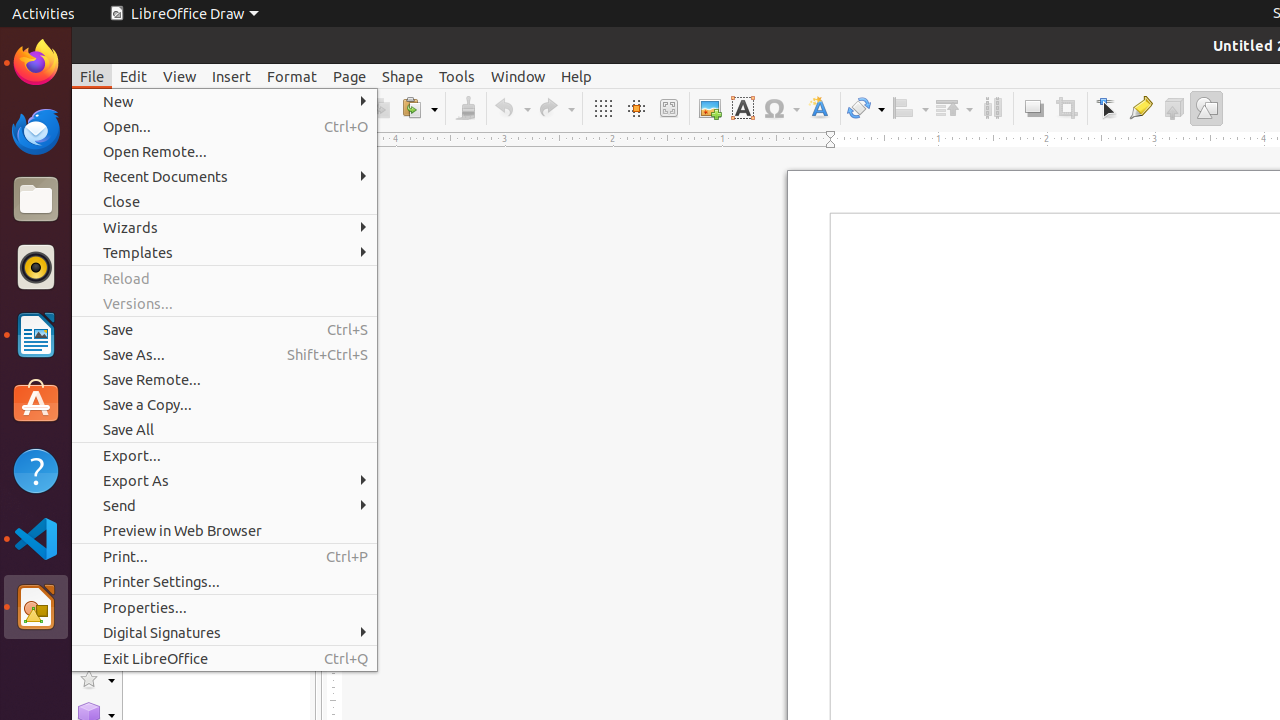  What do you see at coordinates (575, 75) in the screenshot?
I see `'Help'` at bounding box center [575, 75].